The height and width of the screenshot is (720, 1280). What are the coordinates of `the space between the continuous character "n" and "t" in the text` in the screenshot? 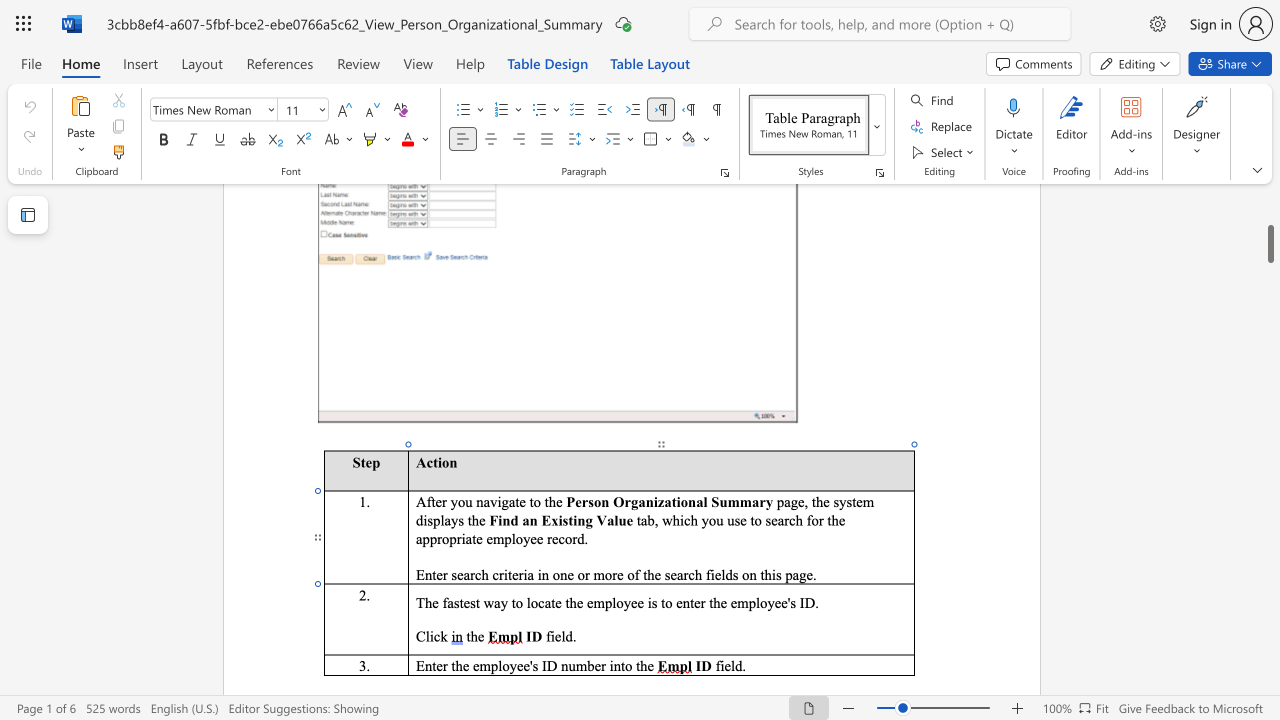 It's located at (689, 601).